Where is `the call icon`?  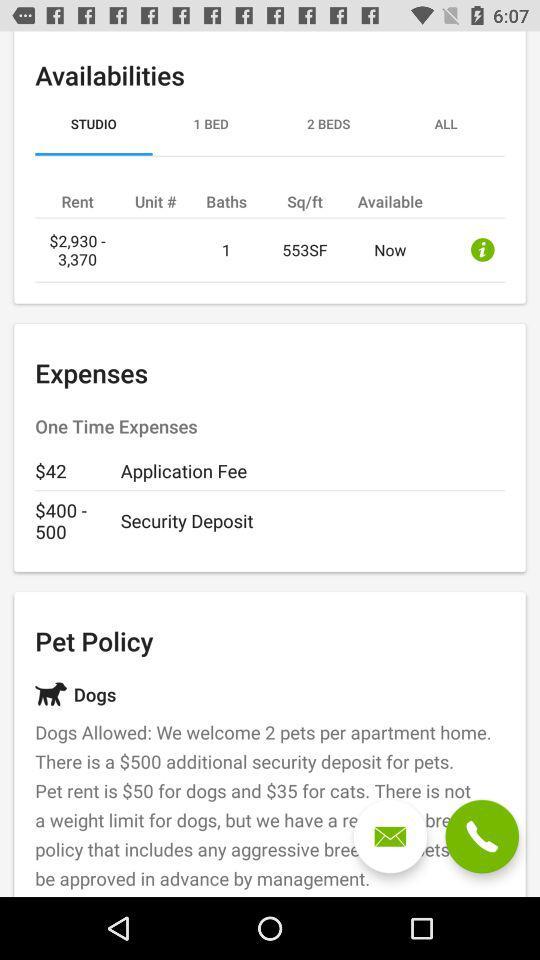
the call icon is located at coordinates (481, 836).